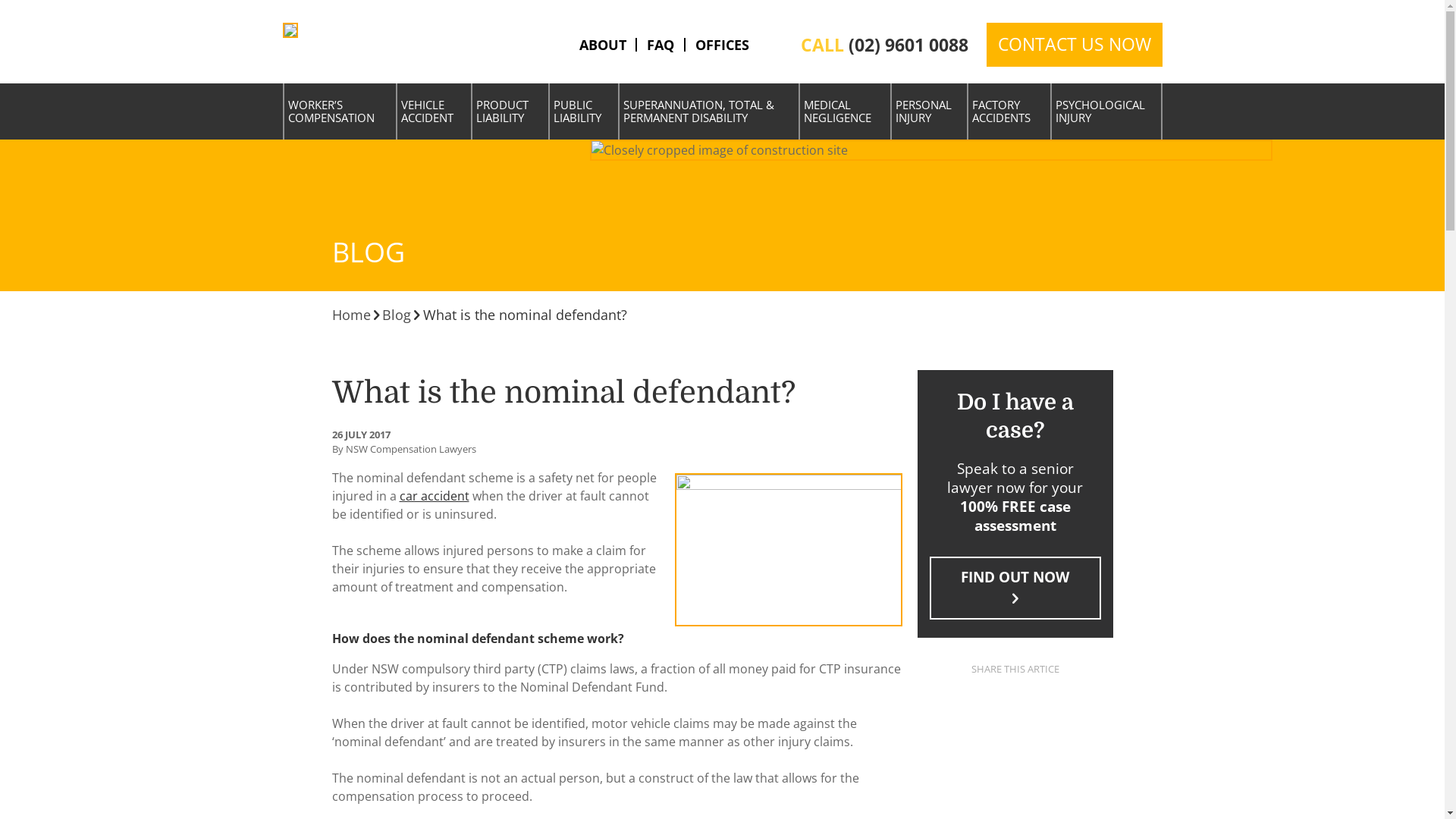 This screenshot has height=819, width=1456. Describe the element at coordinates (1073, 43) in the screenshot. I see `'CONTACT US NOW'` at that location.